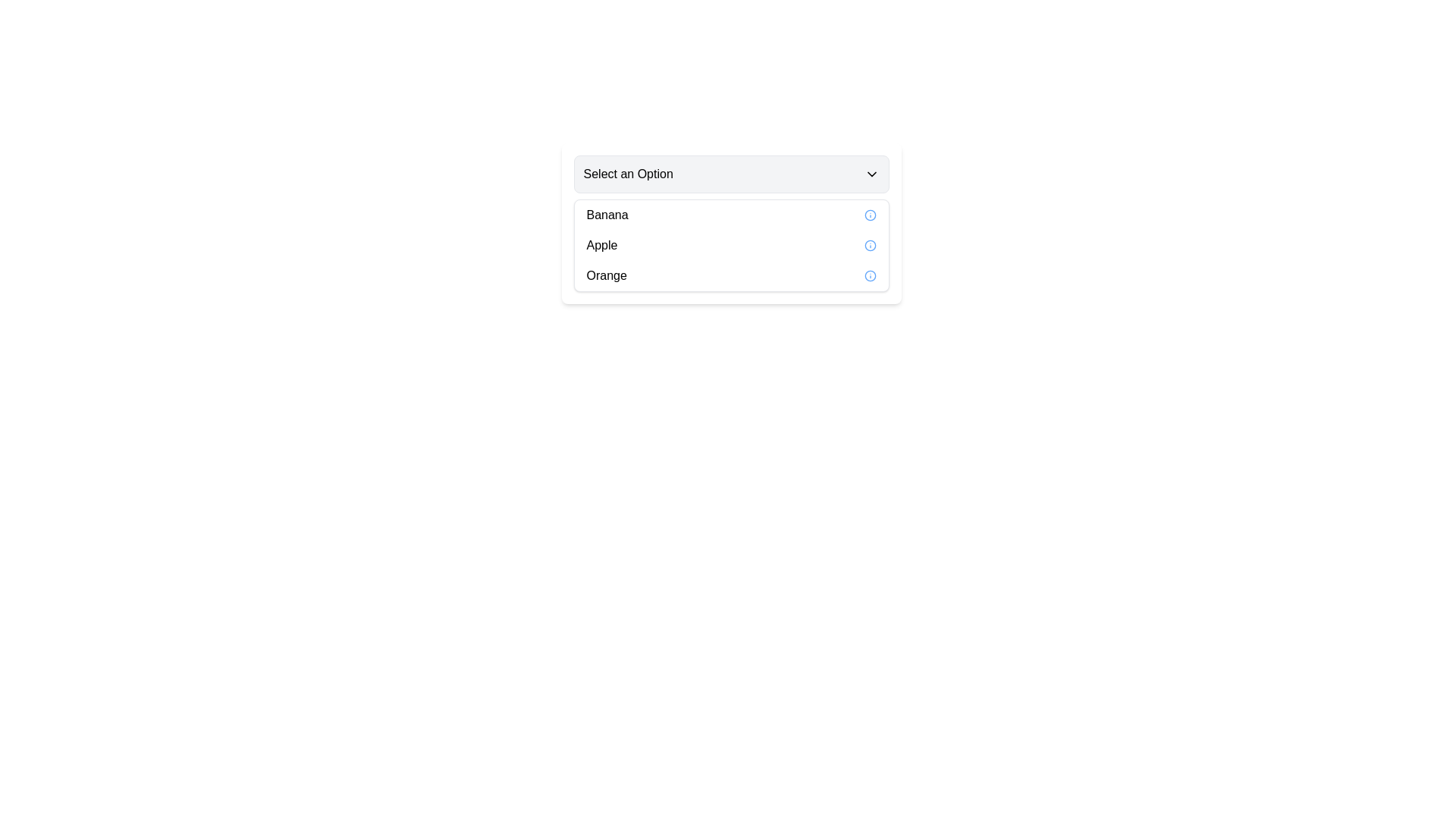 The height and width of the screenshot is (819, 1456). I want to click on the Dropdown Menu options displaying 'Banana', 'Apple', and 'Orange', so click(731, 245).